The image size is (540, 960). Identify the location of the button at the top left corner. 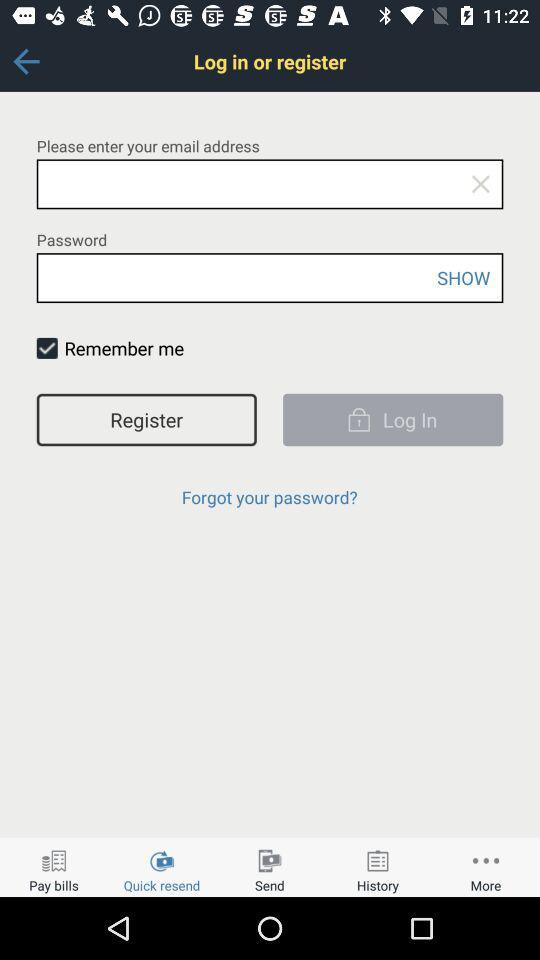
(25, 61).